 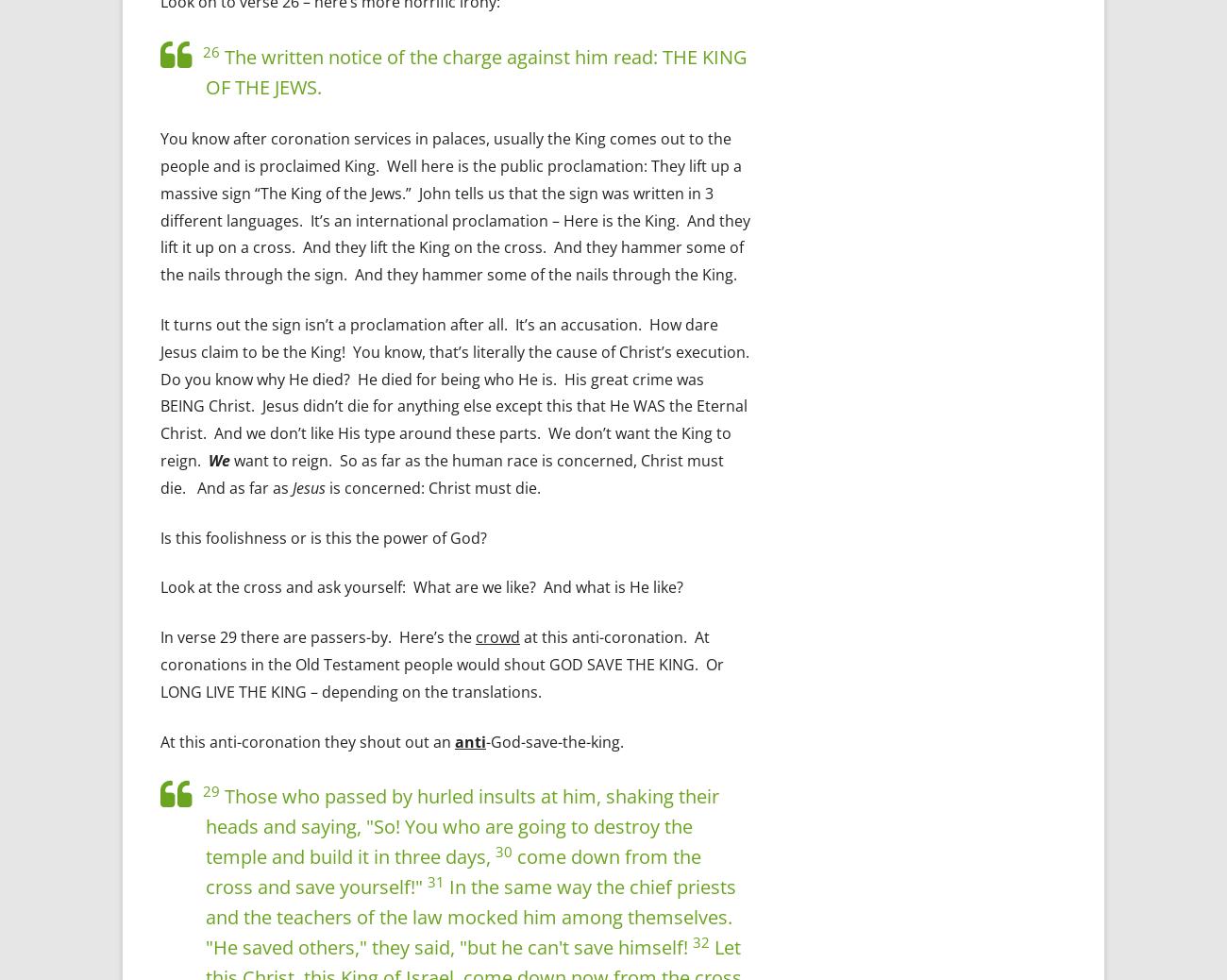 I want to click on 'is concerned: Christ must die.', so click(x=433, y=486).